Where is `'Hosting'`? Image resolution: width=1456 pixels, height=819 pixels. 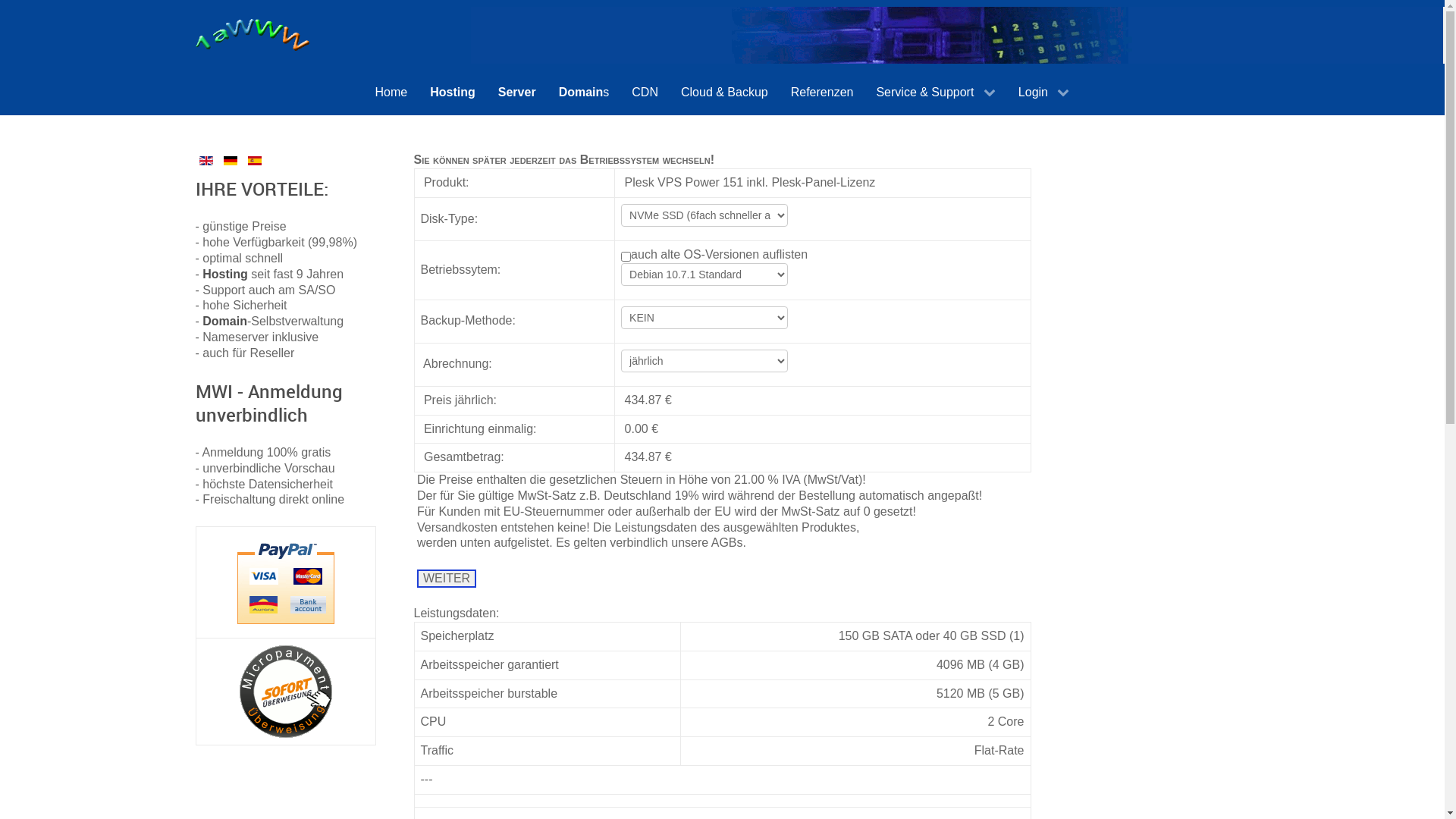 'Hosting' is located at coordinates (451, 92).